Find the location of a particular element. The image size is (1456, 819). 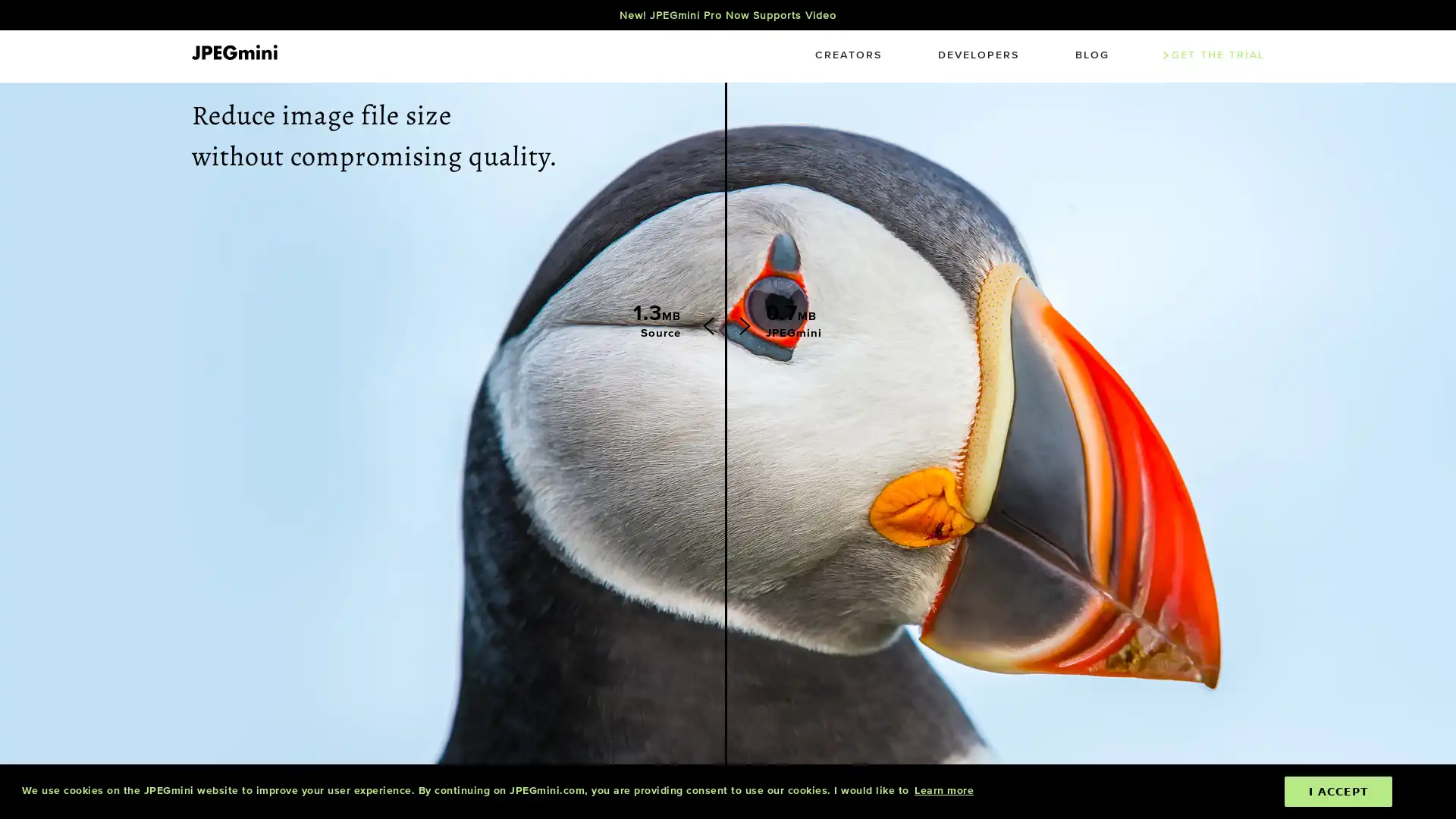

learn more about cookies is located at coordinates (943, 790).